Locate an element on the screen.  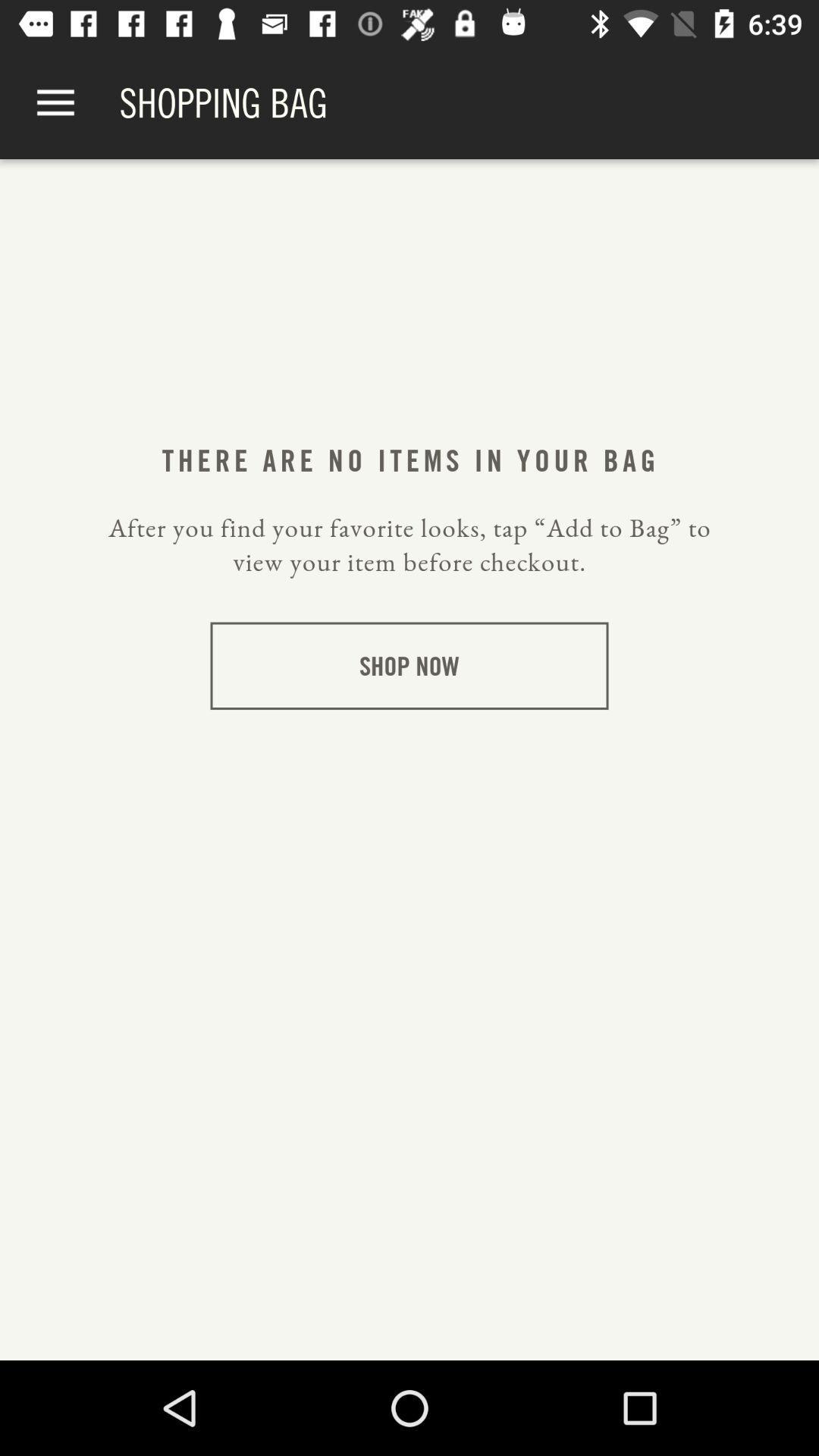
app to the left of the shopping bag is located at coordinates (55, 102).